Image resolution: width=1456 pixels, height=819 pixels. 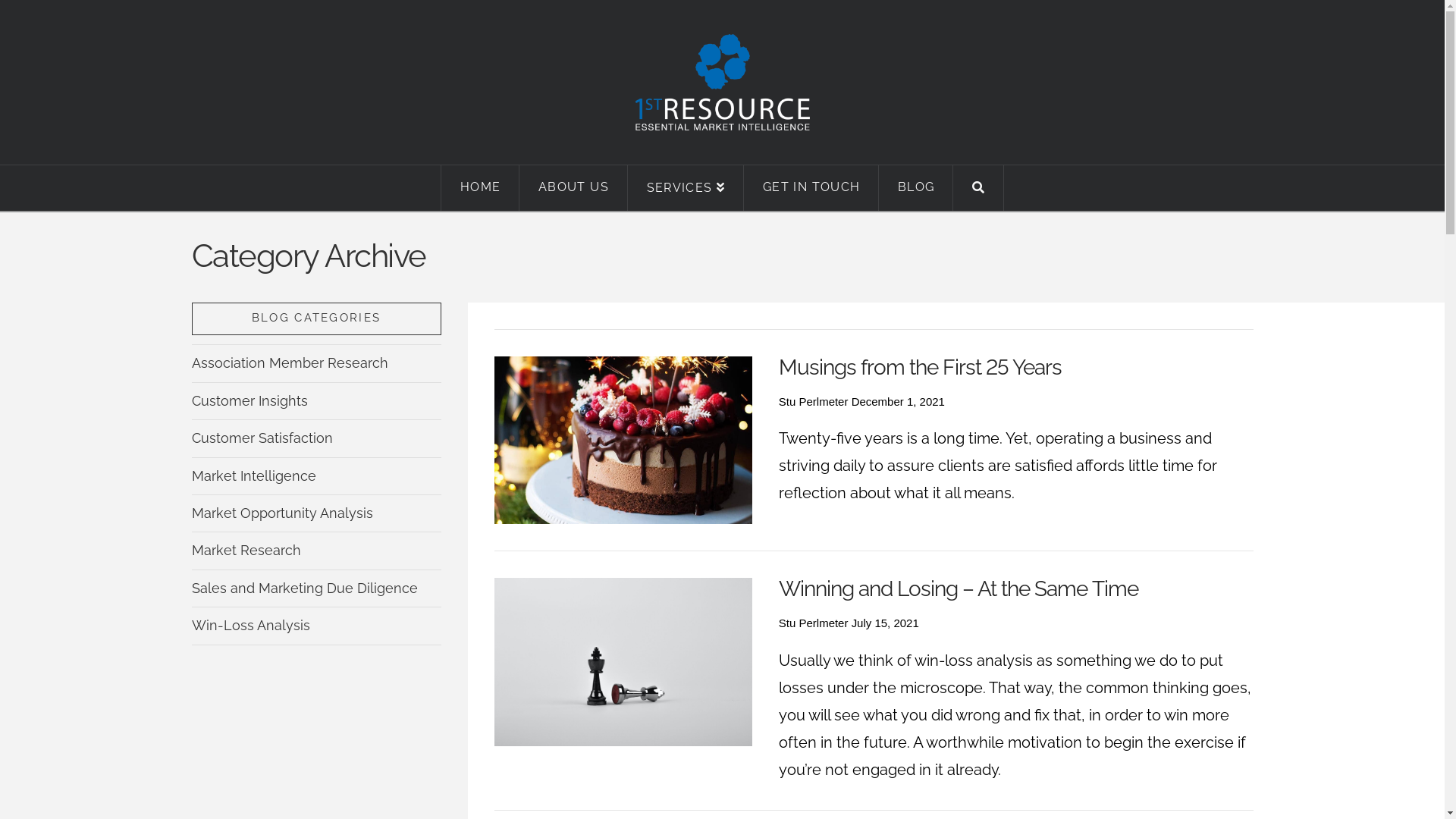 I want to click on 'Sales and Marketing Due Diligence', so click(x=303, y=587).